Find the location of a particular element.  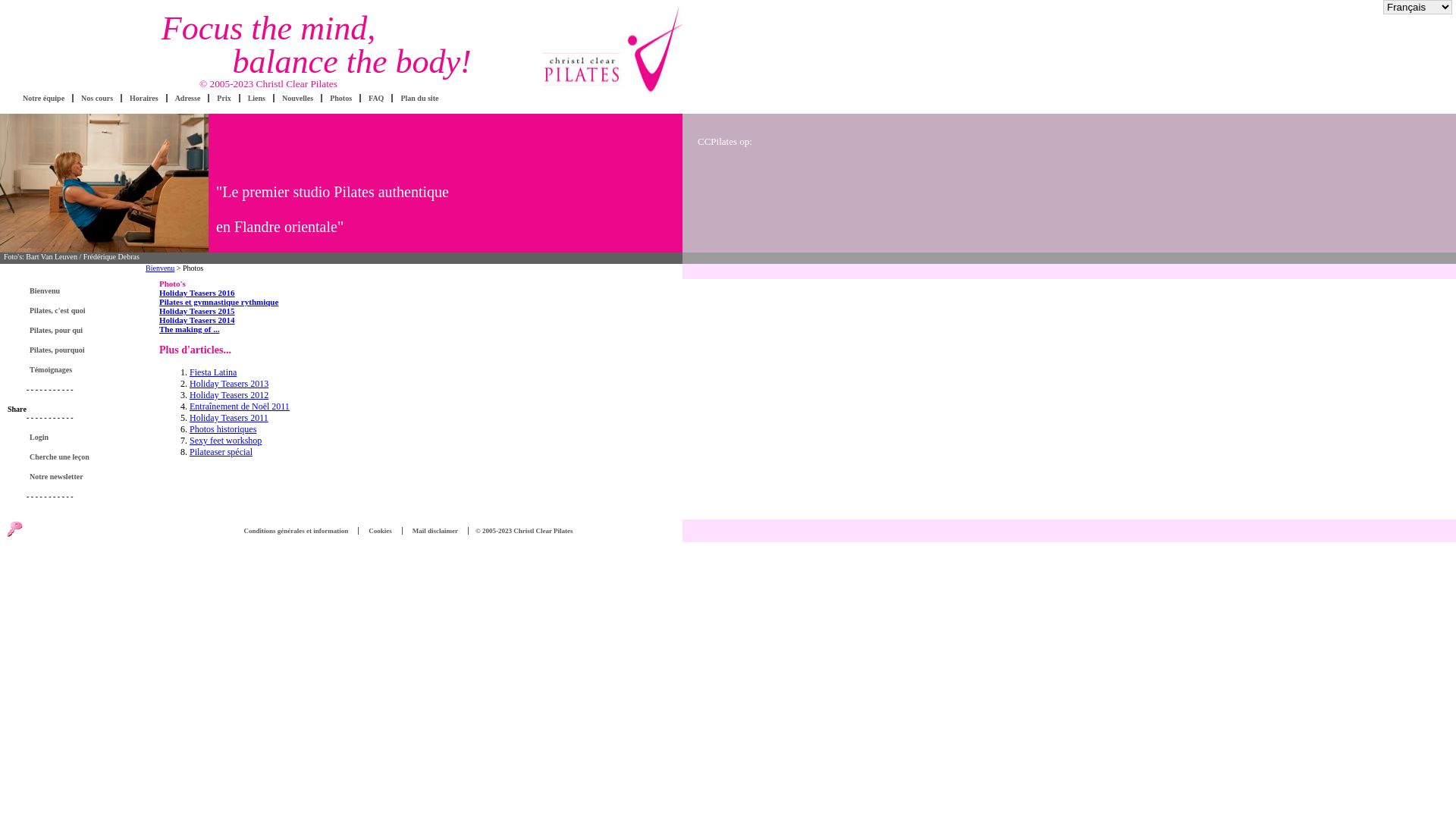

'Login' is located at coordinates (39, 437).